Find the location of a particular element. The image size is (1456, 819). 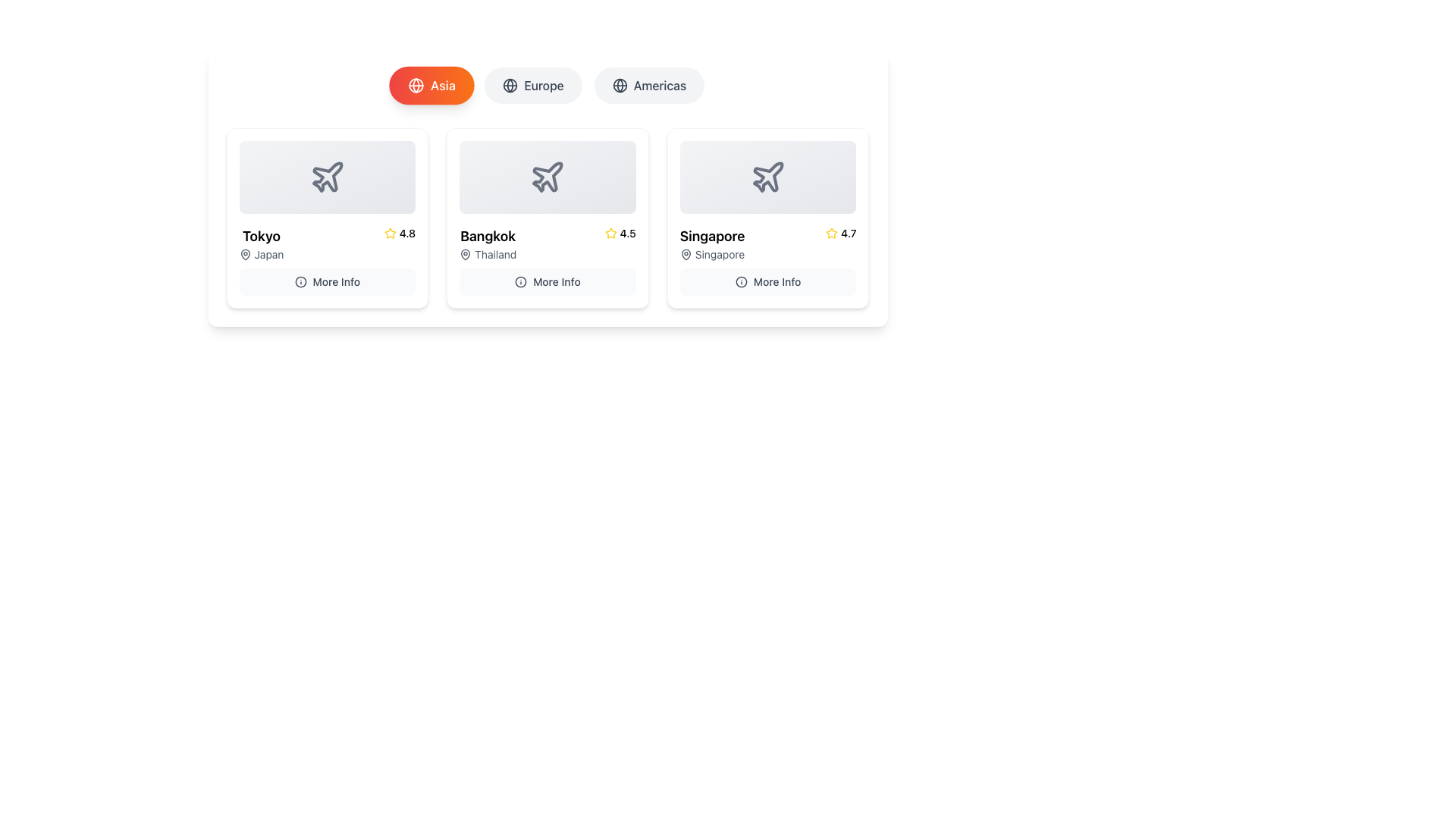

the Icon (Plane symbol) representing travel related to the city of Tokyo, which is centrally located in the upper section of the Tokyo card is located at coordinates (327, 176).